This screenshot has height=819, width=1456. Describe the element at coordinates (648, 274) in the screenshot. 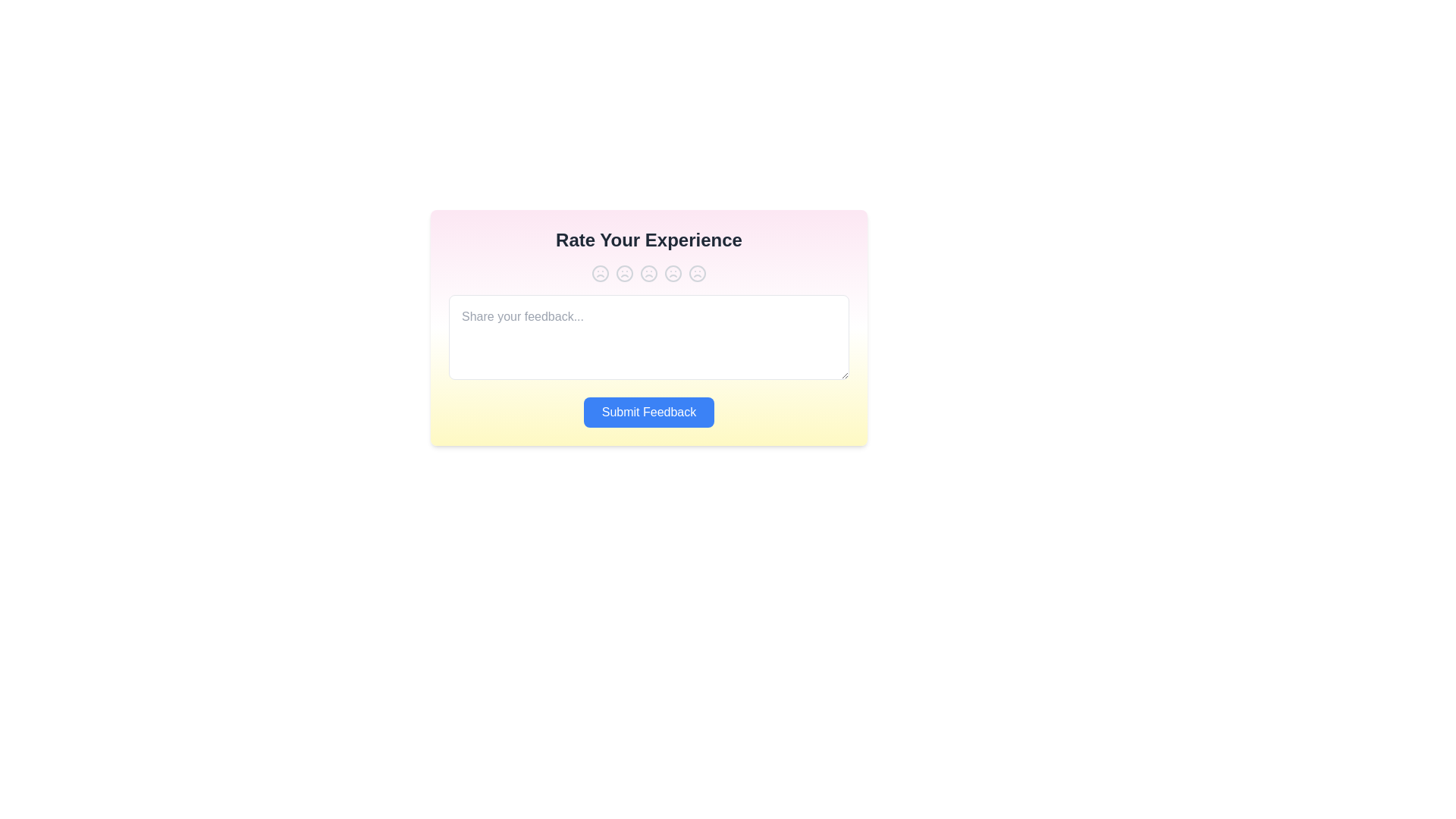

I see `the experience rating to 3 by clicking the corresponding button` at that location.